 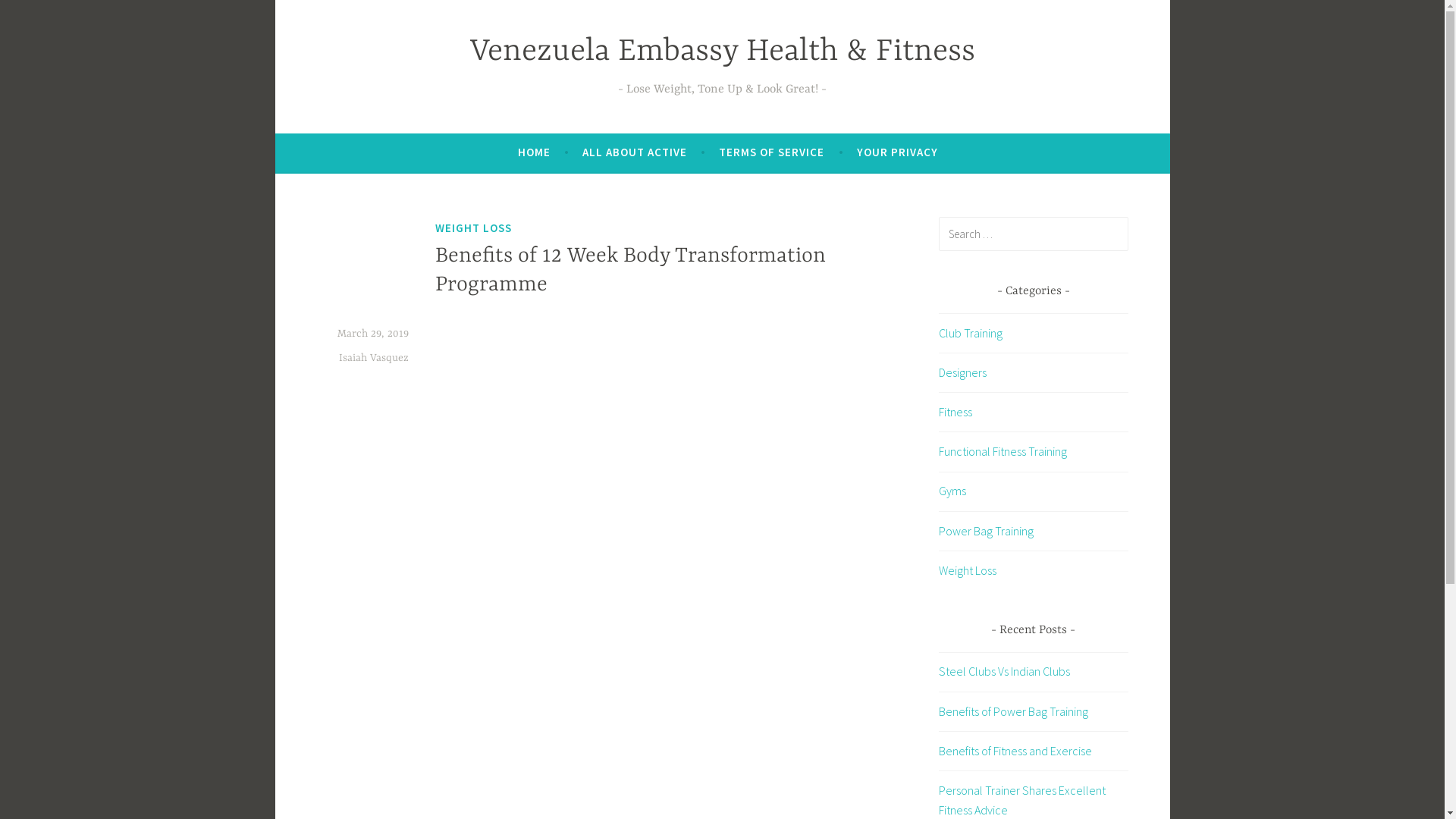 What do you see at coordinates (472, 227) in the screenshot?
I see `'WEIGHT LOSS'` at bounding box center [472, 227].